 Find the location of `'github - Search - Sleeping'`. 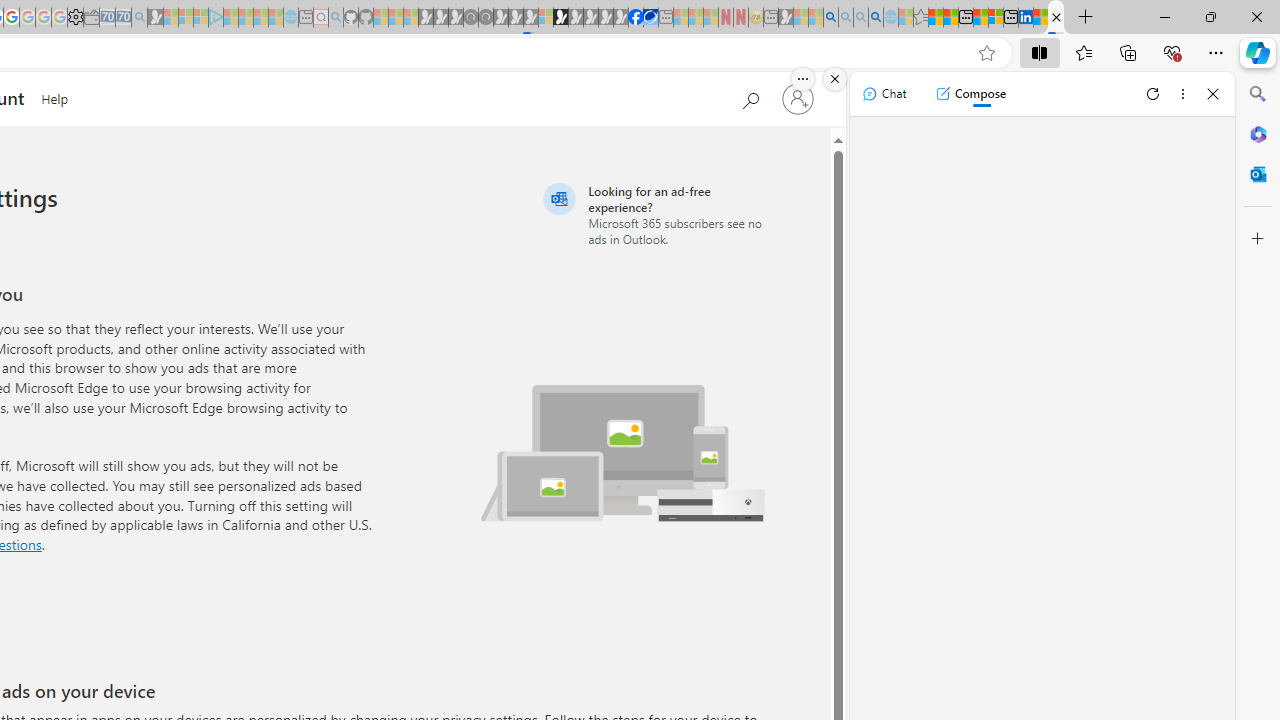

'github - Search - Sleeping' is located at coordinates (336, 17).